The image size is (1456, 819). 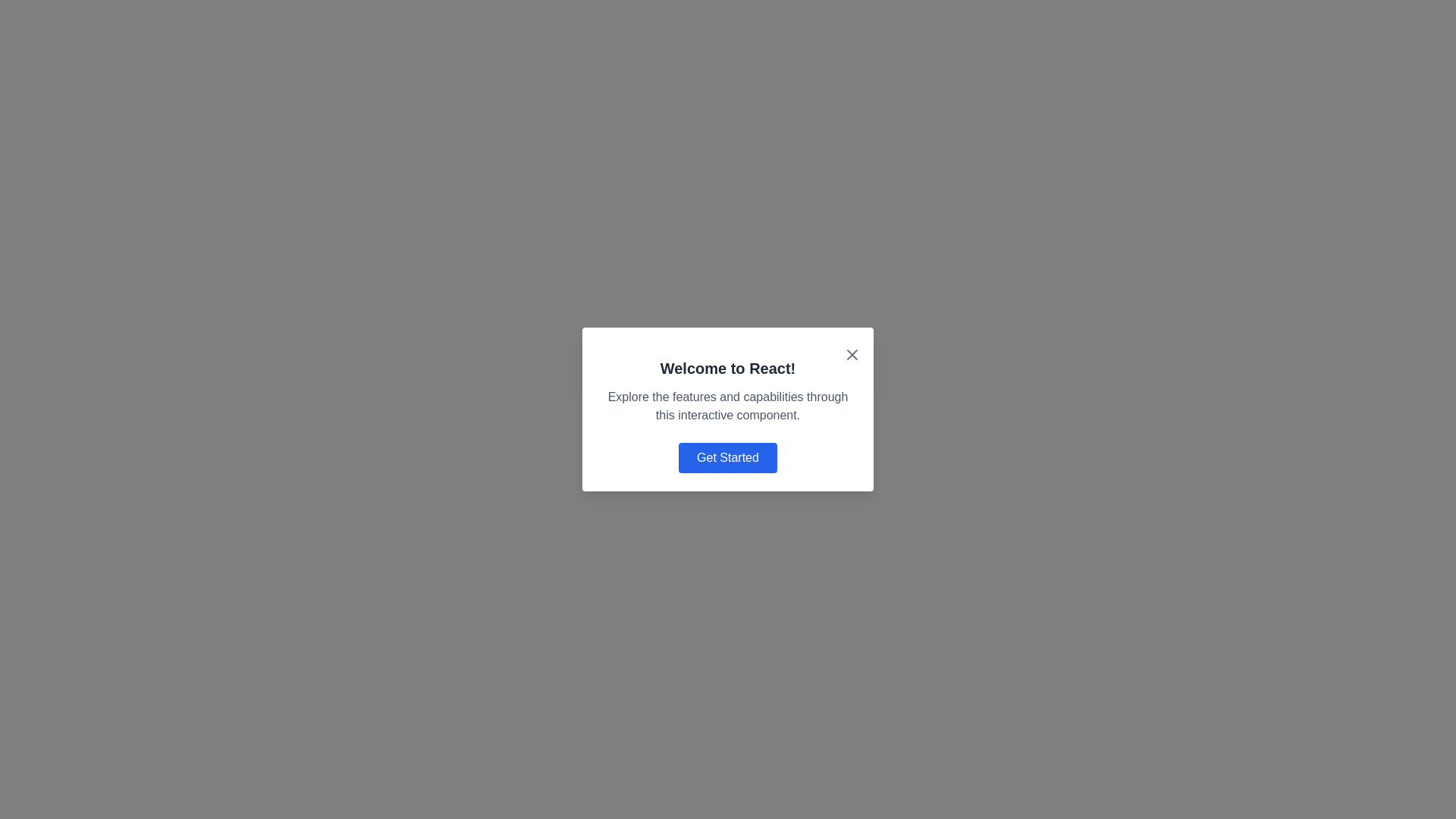 I want to click on the rectangular blue button labeled 'Get Started' located at the bottom of the content area, so click(x=728, y=457).